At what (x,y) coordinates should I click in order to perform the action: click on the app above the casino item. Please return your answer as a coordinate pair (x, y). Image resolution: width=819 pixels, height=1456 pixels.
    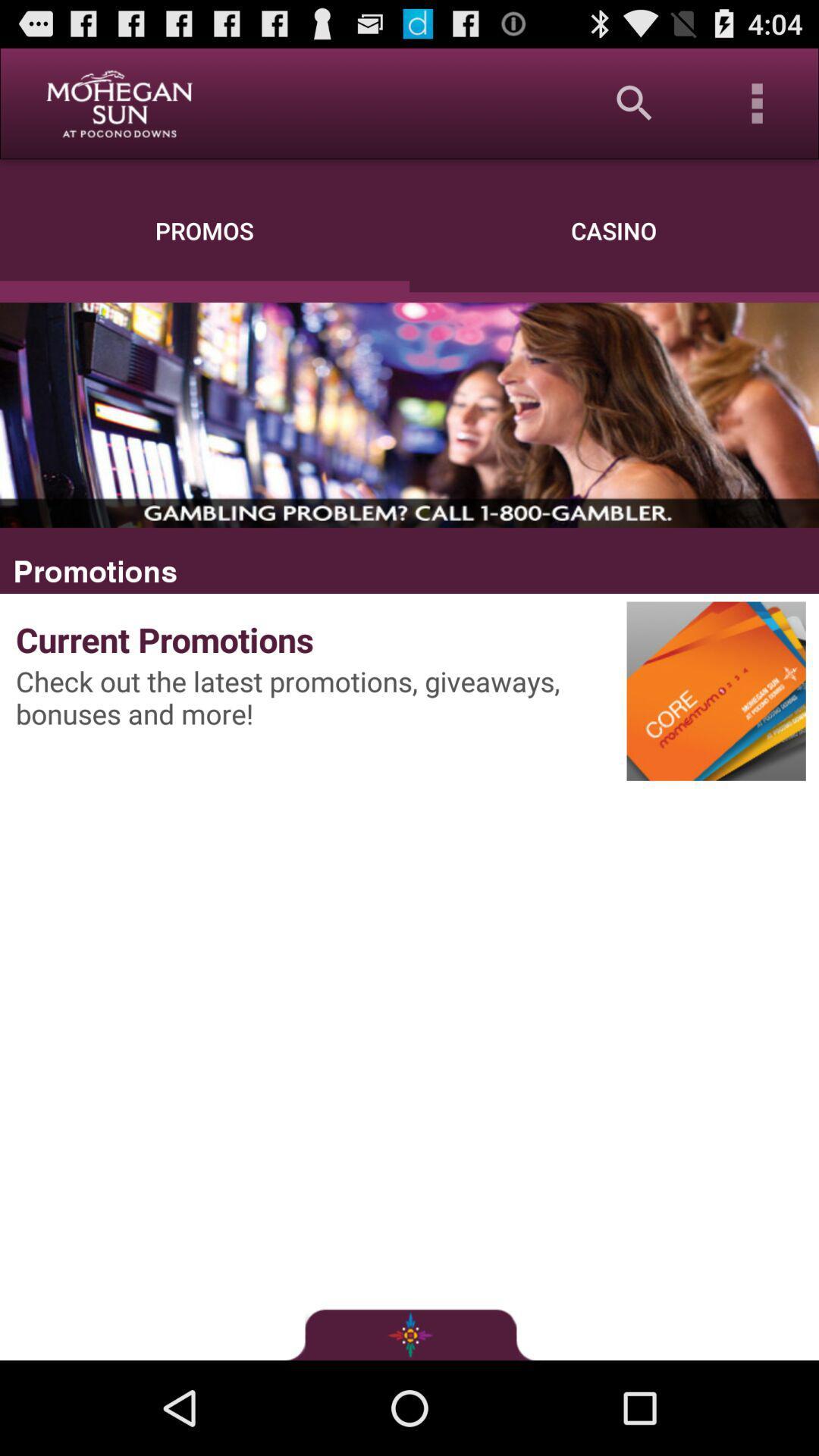
    Looking at the image, I should click on (635, 102).